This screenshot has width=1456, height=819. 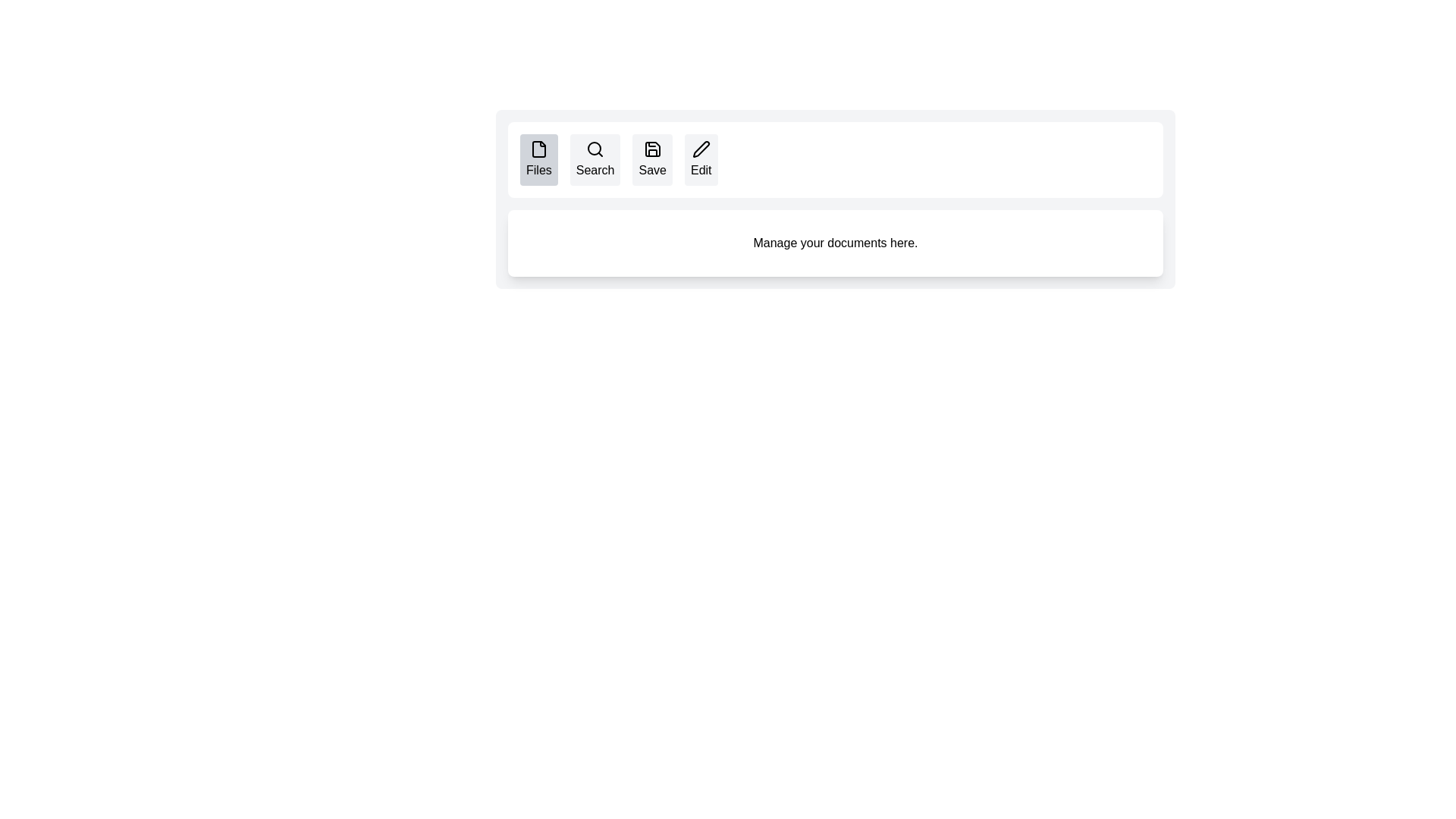 I want to click on the button labeled Edit to observe its hover effect, so click(x=701, y=160).